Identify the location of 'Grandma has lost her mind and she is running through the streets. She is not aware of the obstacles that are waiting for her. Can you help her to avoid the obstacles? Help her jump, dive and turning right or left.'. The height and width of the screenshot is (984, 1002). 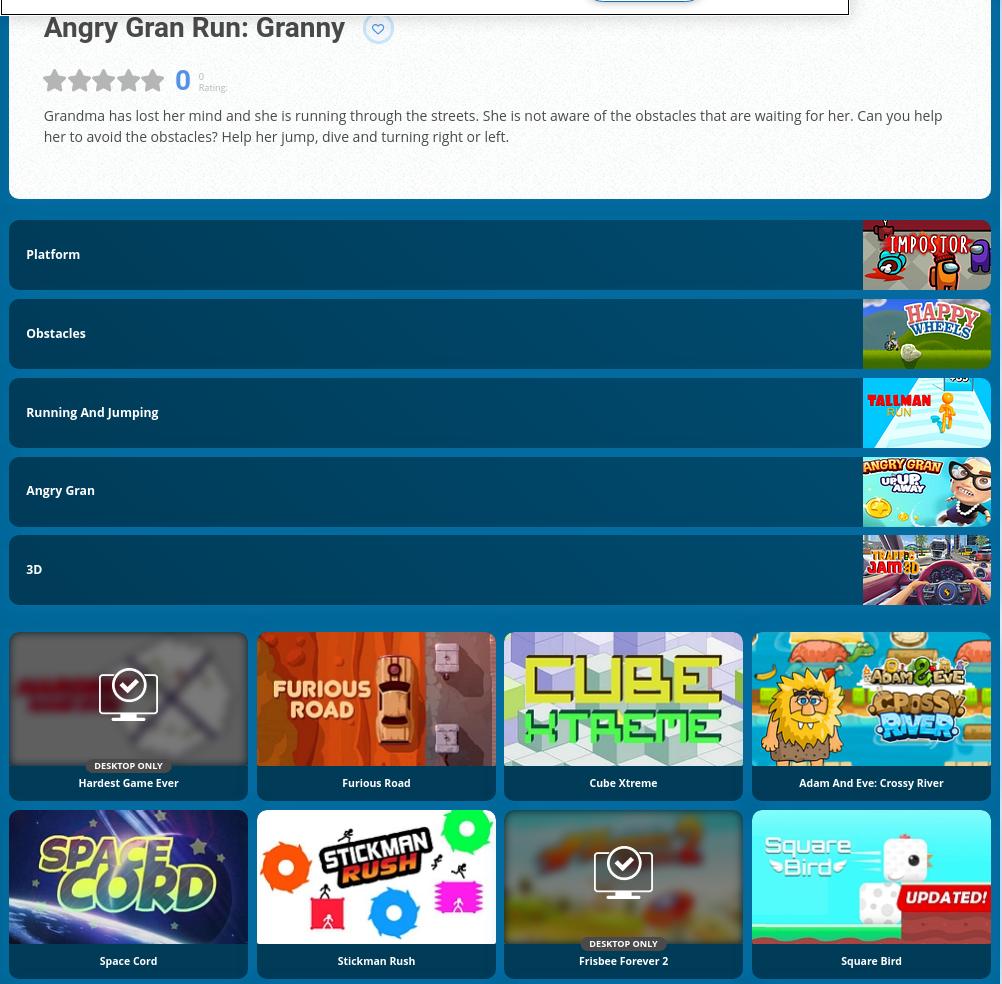
(491, 124).